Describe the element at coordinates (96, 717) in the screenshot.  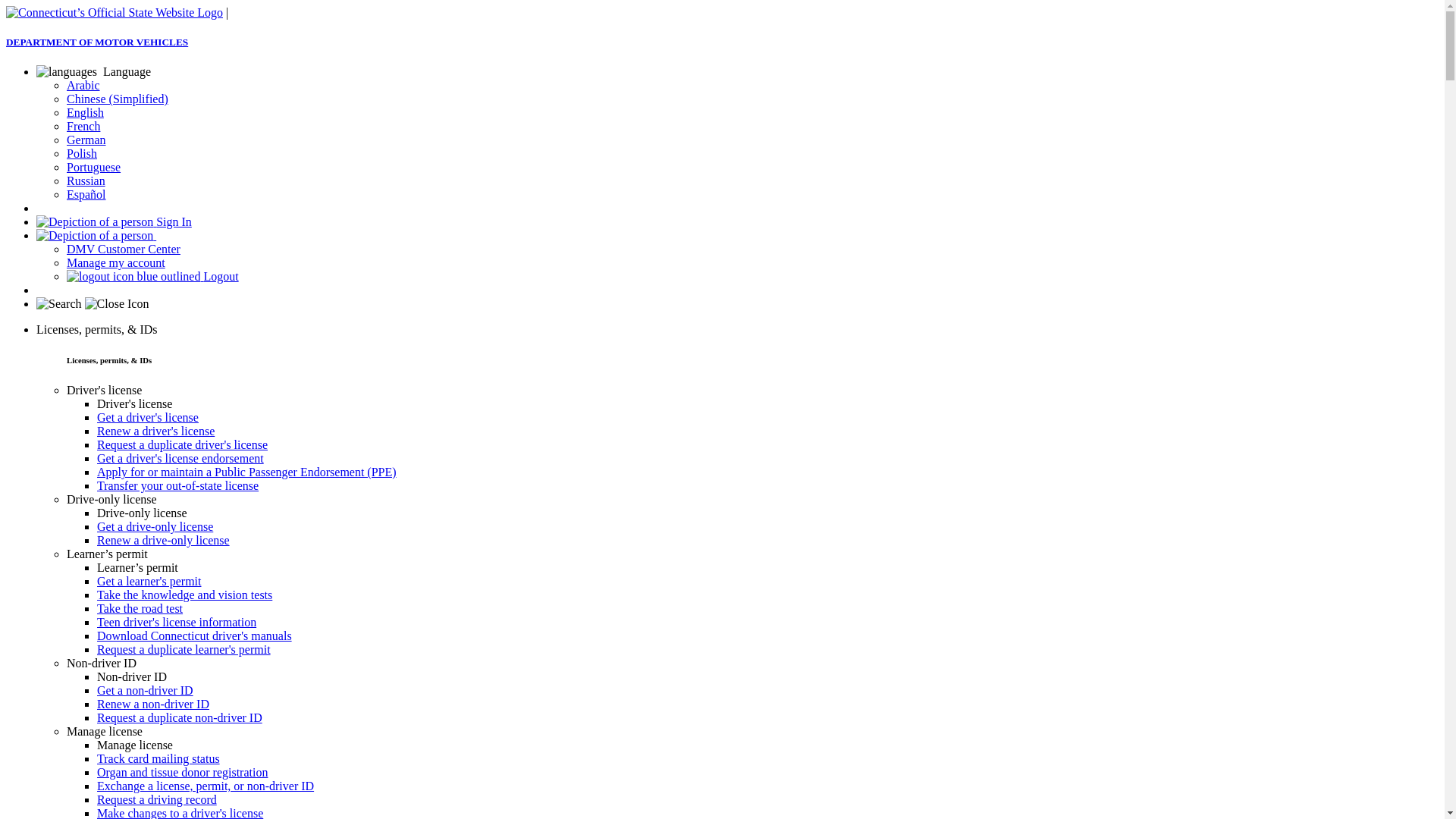
I see `'Request a duplicate non-driver ID'` at that location.